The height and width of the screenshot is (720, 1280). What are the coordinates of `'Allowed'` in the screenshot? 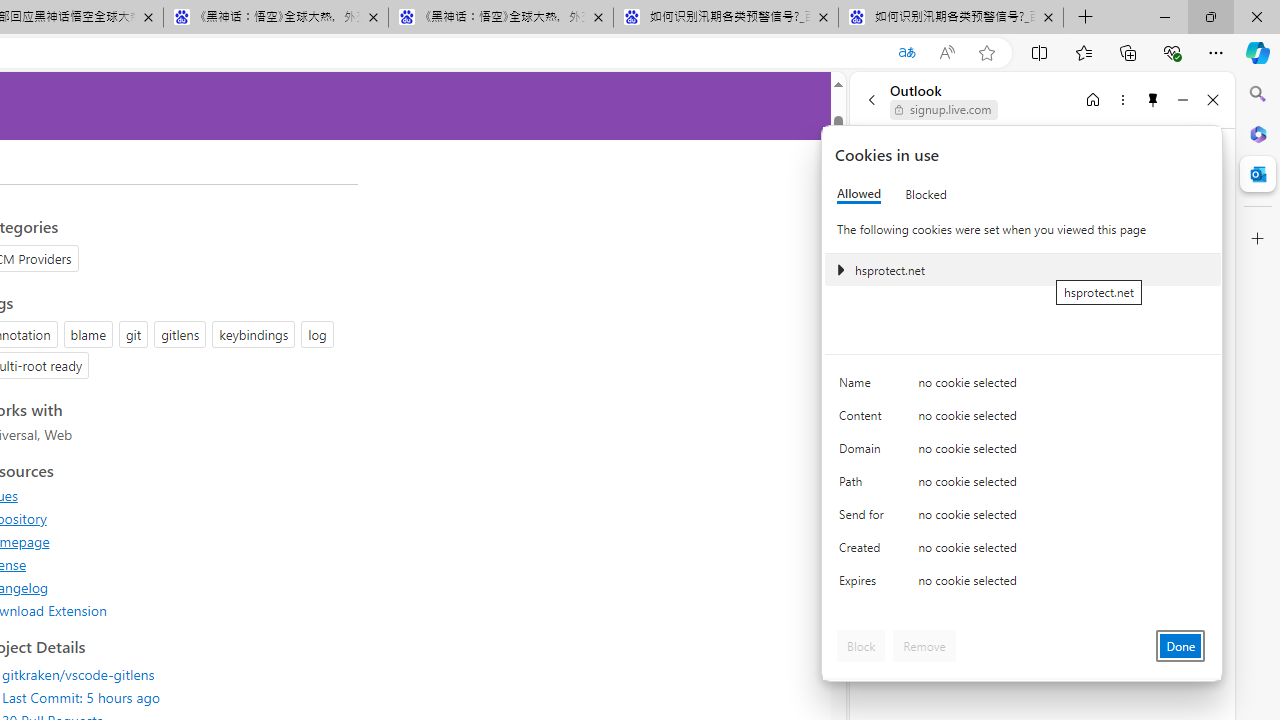 It's located at (859, 194).